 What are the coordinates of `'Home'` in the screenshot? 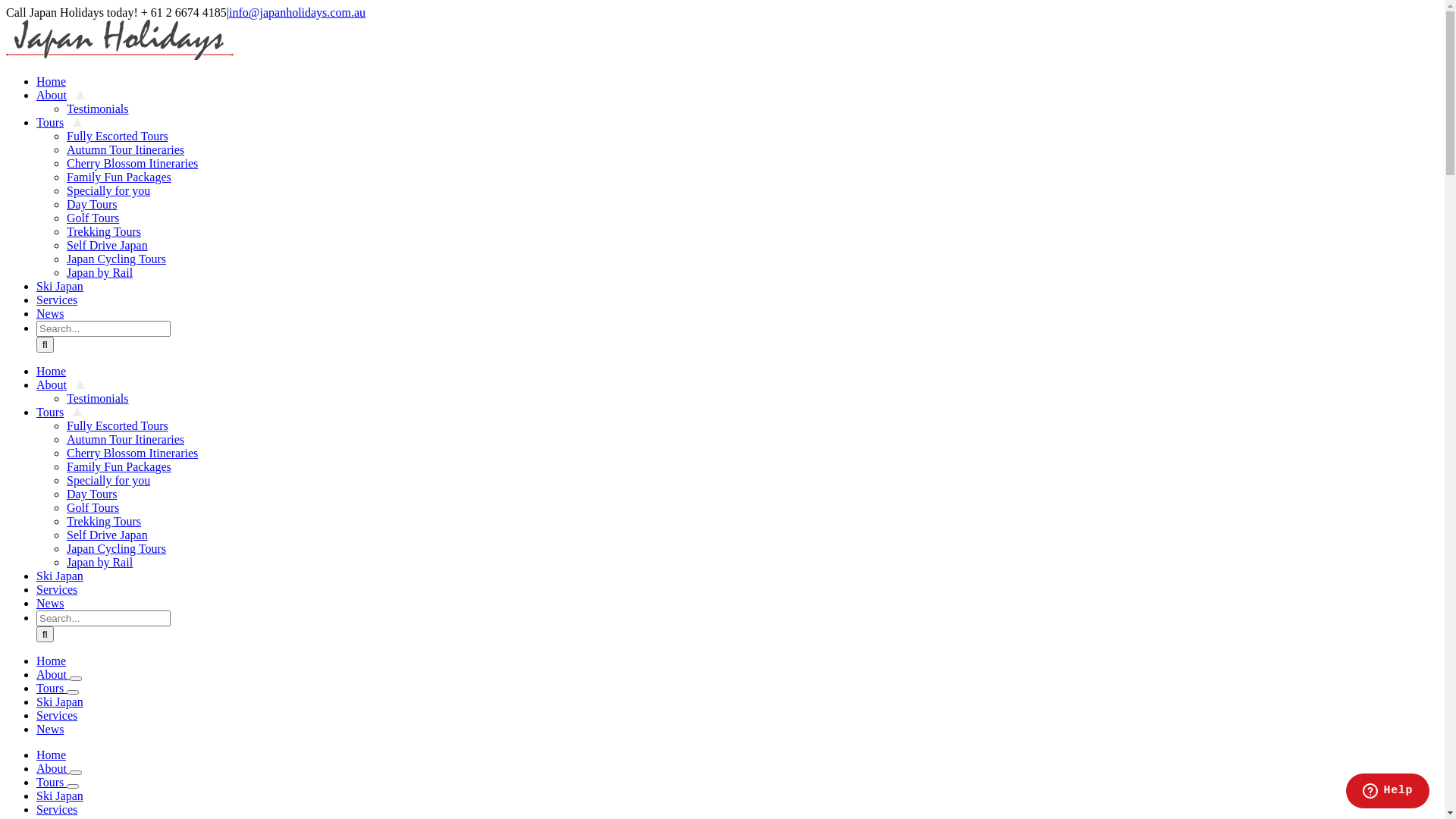 It's located at (51, 755).